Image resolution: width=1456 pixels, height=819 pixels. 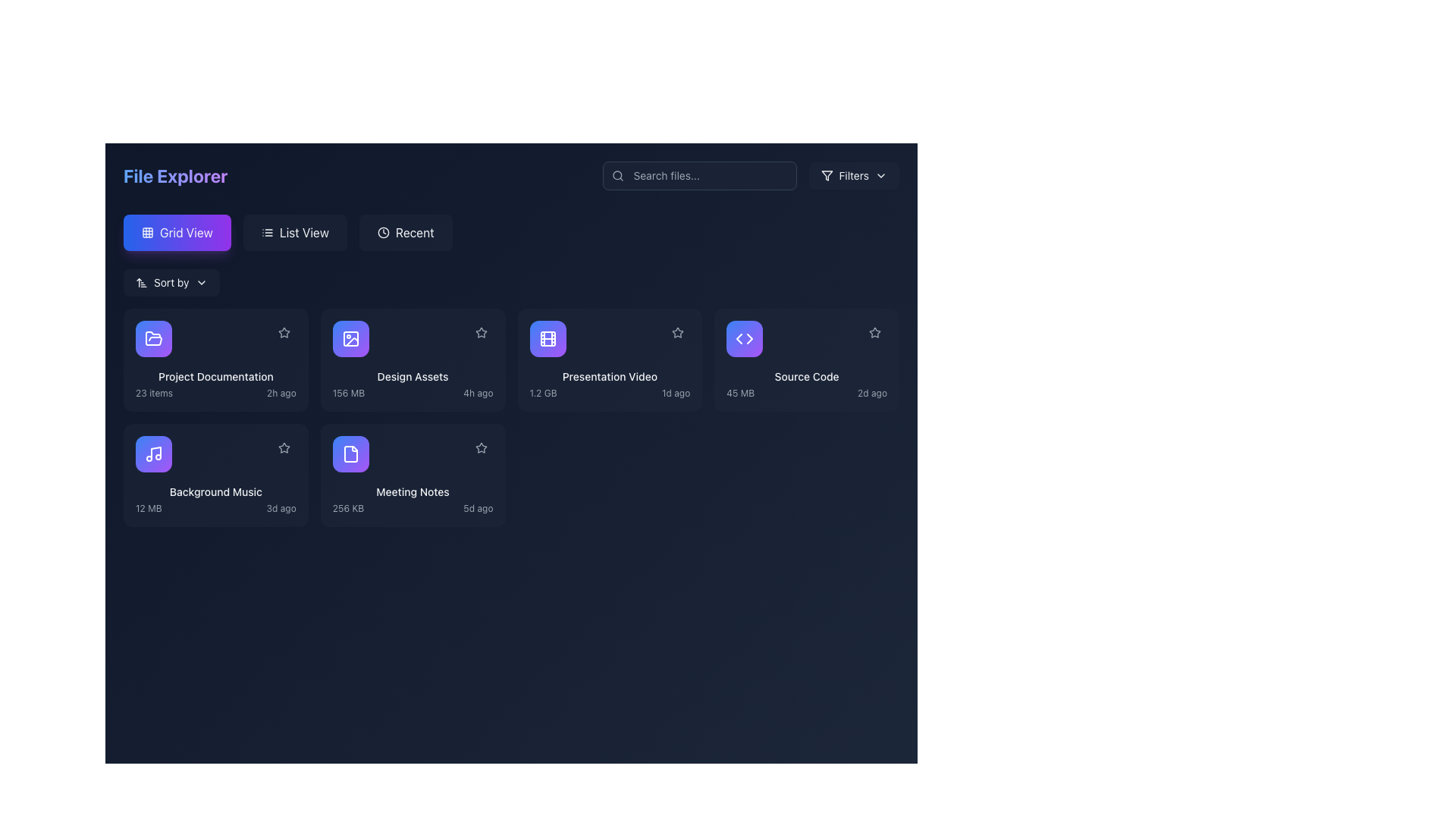 What do you see at coordinates (480, 447) in the screenshot?
I see `the unselected star-shaped icon located in the top-right corner of the 'Meeting Notes' file card` at bounding box center [480, 447].